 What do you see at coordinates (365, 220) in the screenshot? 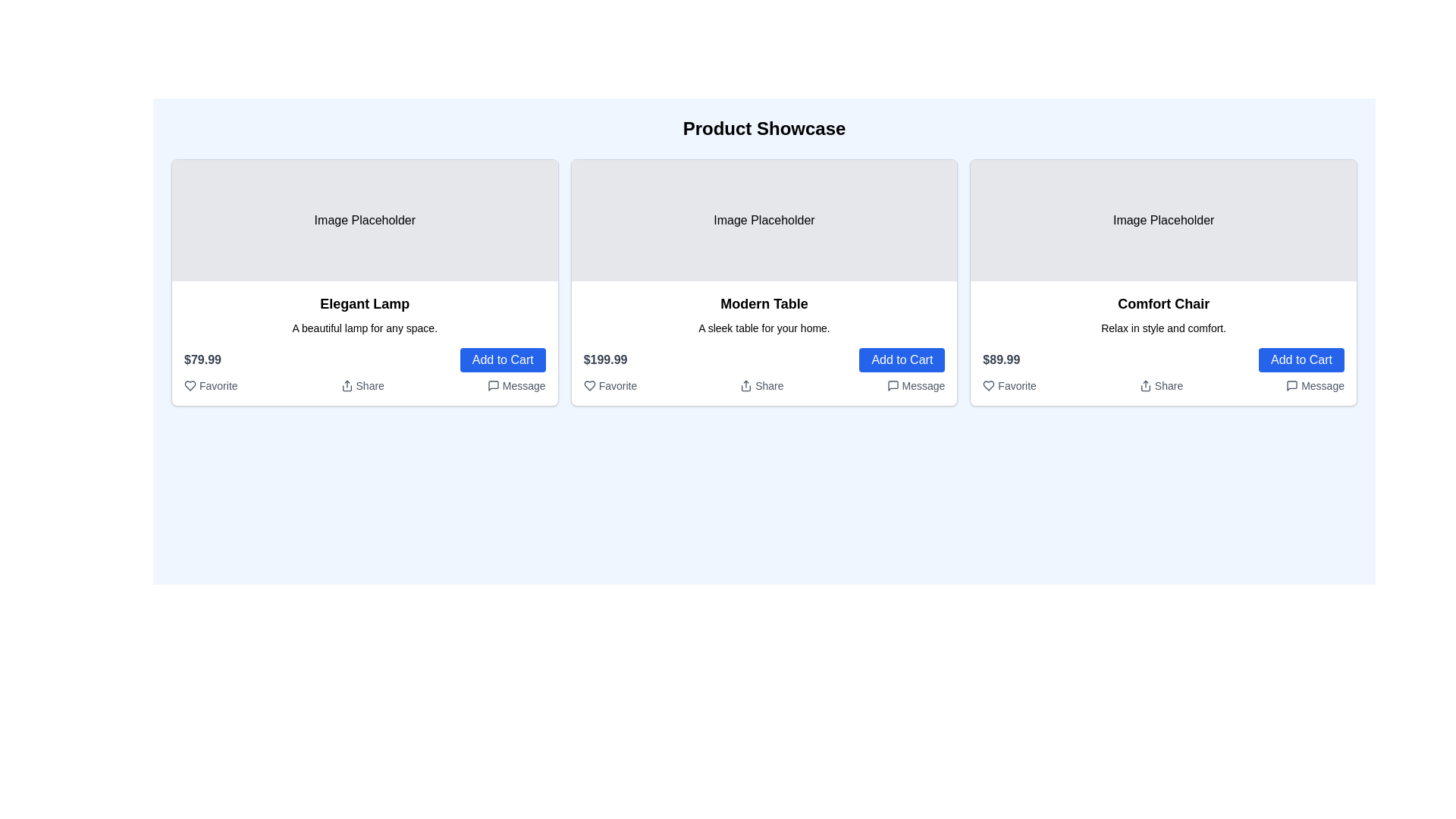
I see `the placeholder label for an image located at the center of the top section of the first card in a horizontal row of cards` at bounding box center [365, 220].